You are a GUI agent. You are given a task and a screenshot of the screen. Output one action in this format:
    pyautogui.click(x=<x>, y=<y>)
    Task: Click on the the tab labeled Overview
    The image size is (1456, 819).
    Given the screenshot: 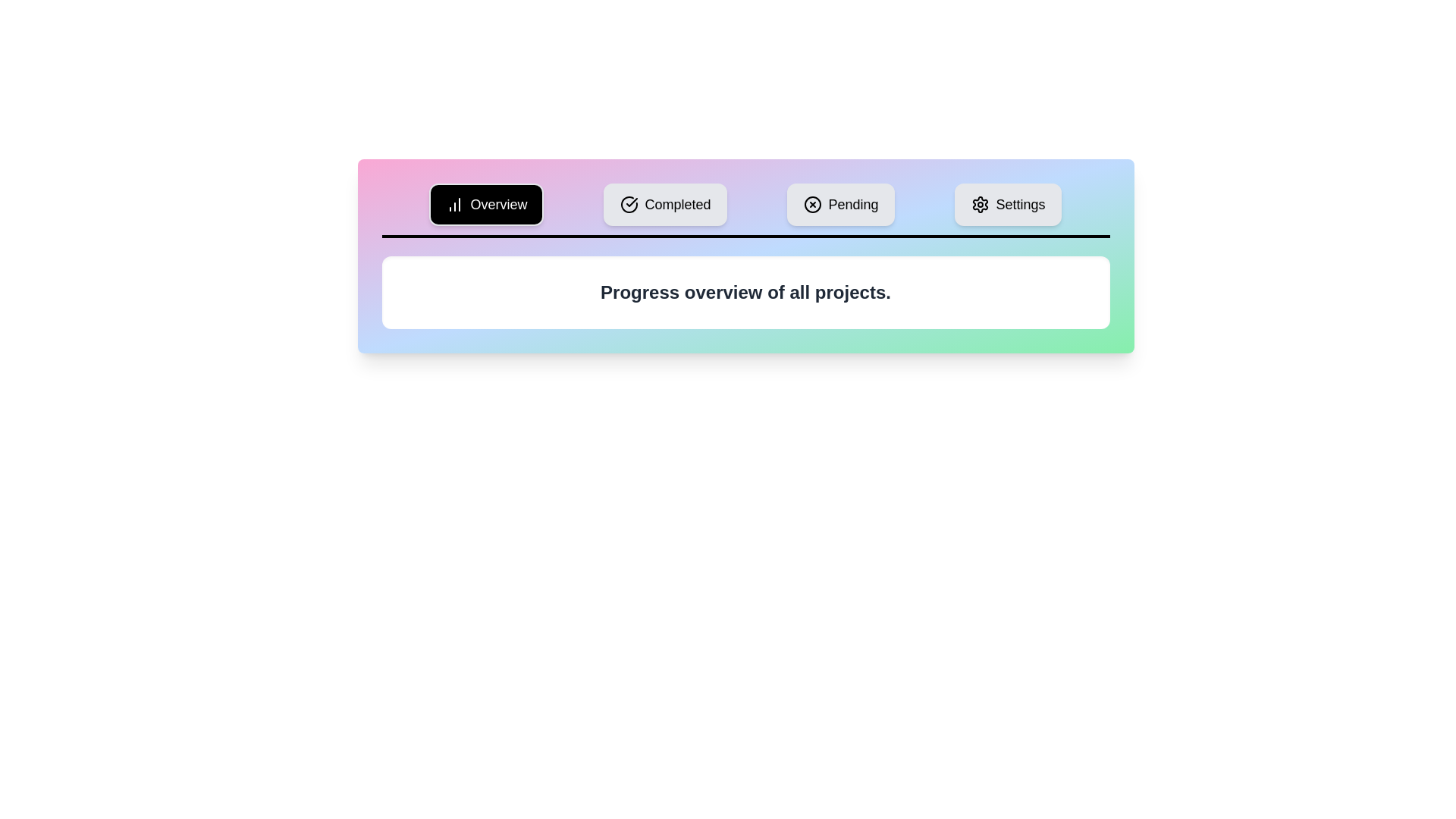 What is the action you would take?
    pyautogui.click(x=487, y=205)
    